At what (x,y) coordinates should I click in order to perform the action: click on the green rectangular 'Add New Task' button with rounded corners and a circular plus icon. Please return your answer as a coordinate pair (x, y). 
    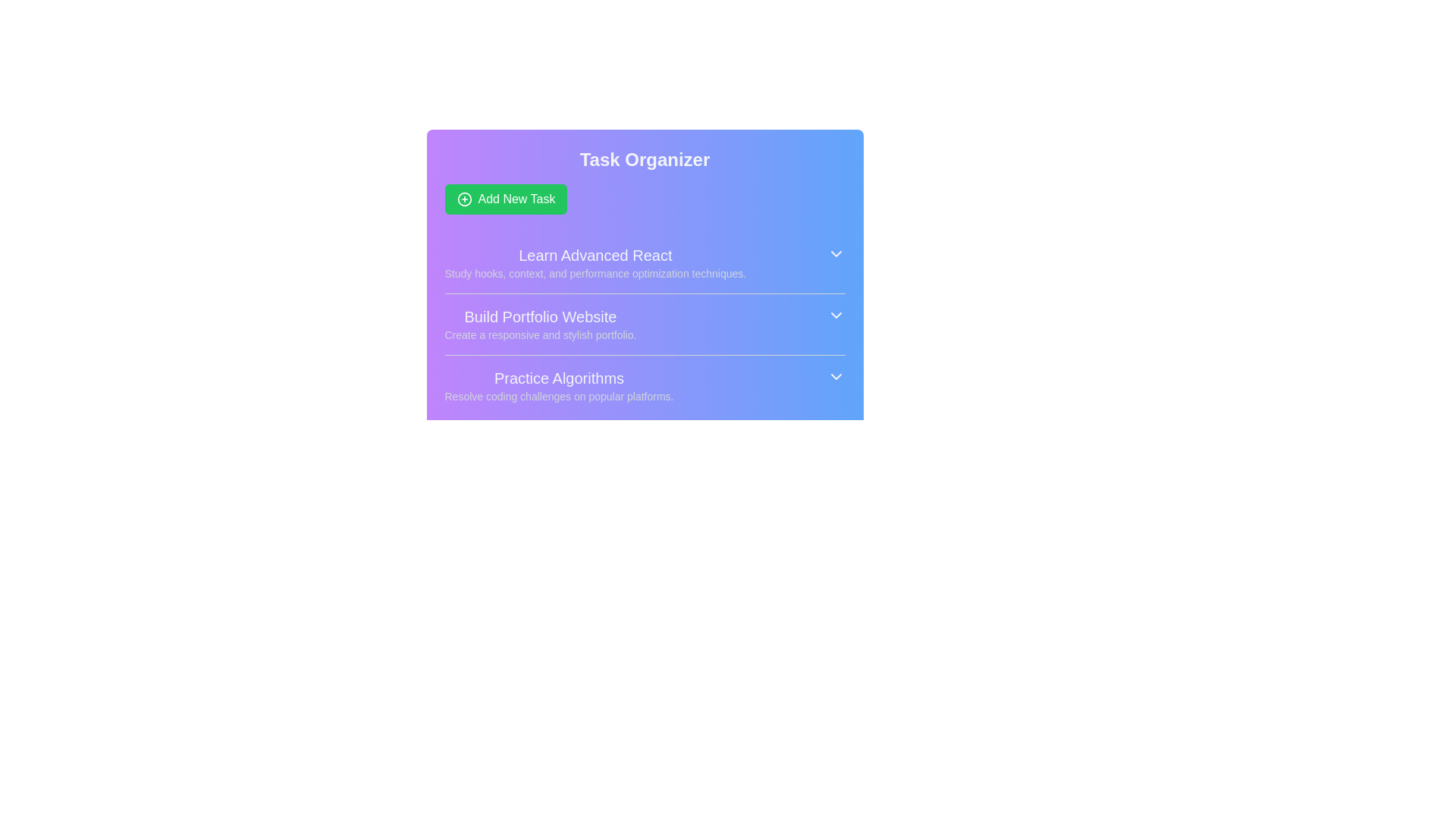
    Looking at the image, I should click on (506, 198).